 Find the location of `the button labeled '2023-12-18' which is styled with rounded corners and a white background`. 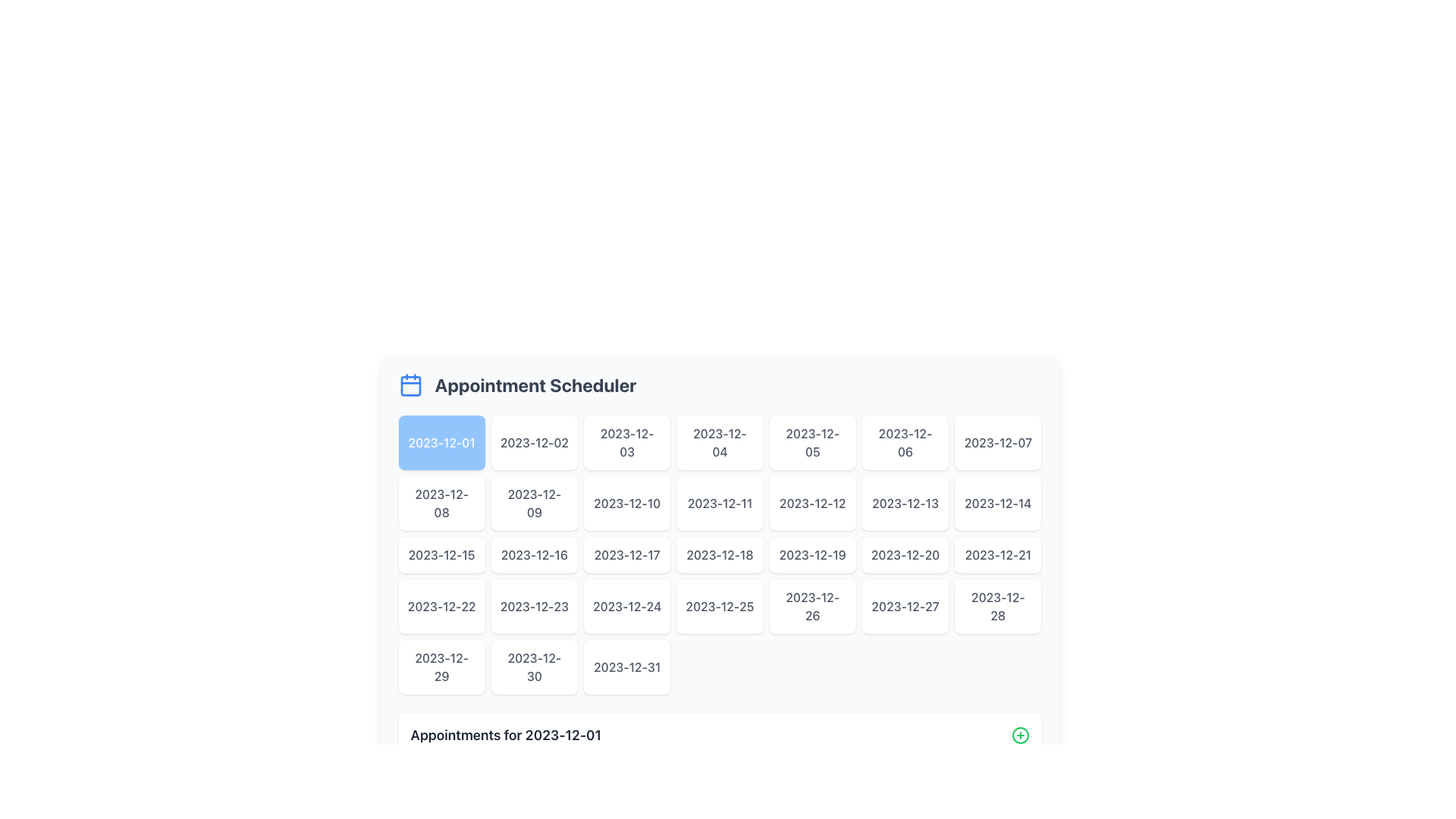

the button labeled '2023-12-18' which is styled with rounded corners and a white background is located at coordinates (719, 555).